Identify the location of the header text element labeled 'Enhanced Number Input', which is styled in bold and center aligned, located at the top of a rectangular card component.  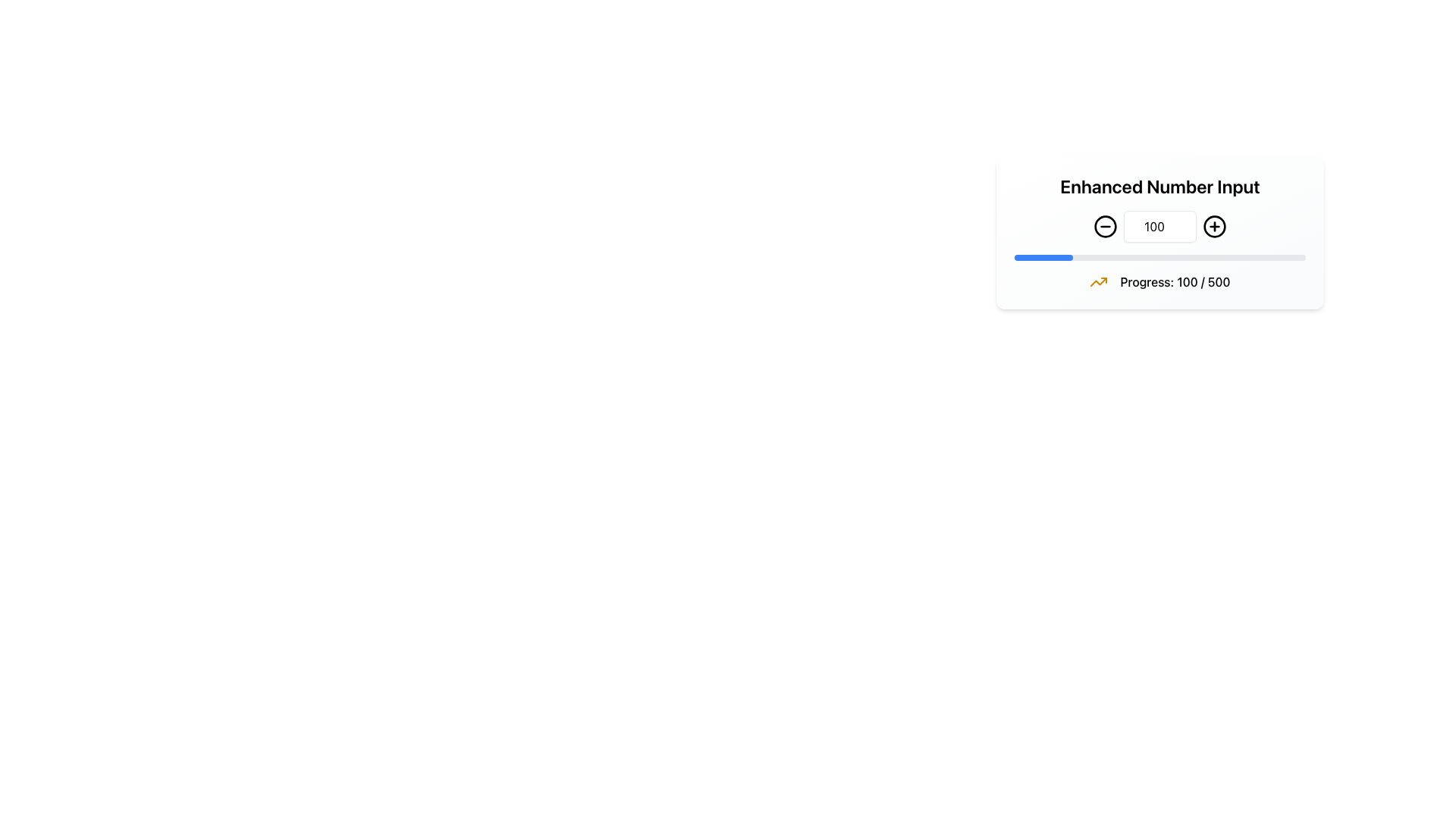
(1159, 192).